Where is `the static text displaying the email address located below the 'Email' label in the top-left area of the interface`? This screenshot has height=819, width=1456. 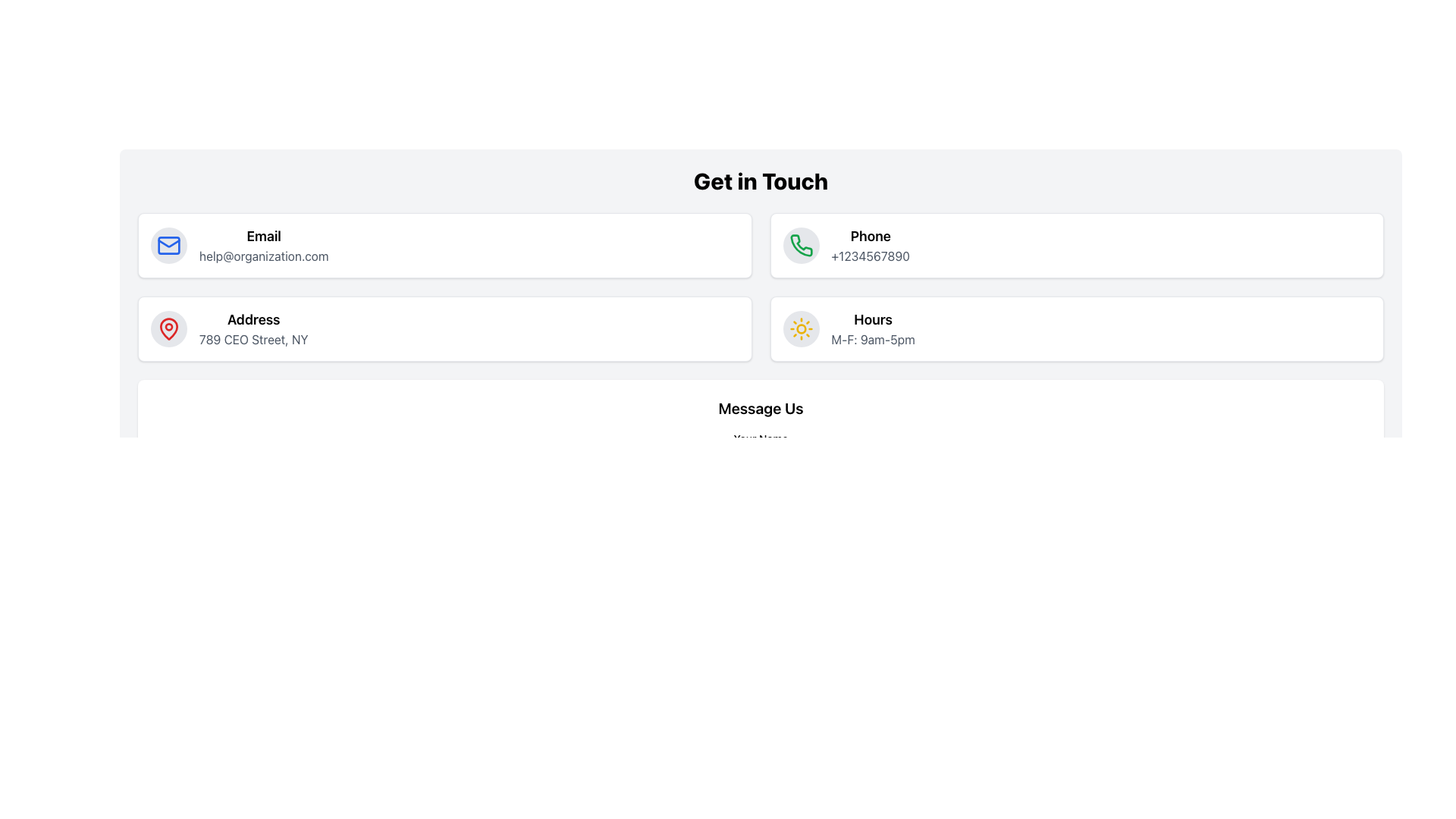
the static text displaying the email address located below the 'Email' label in the top-left area of the interface is located at coordinates (264, 256).